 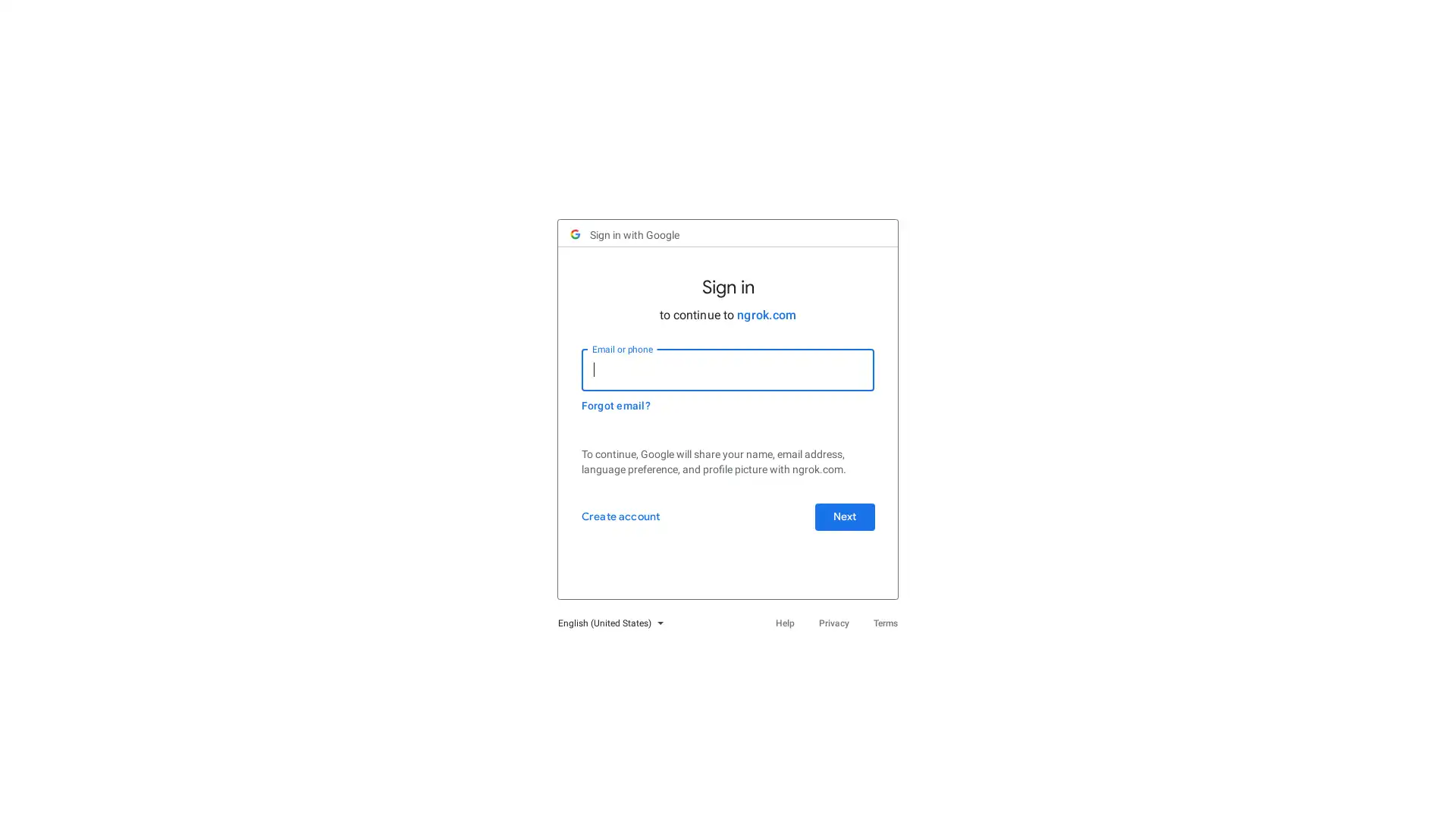 I want to click on Create account, so click(x=627, y=526).